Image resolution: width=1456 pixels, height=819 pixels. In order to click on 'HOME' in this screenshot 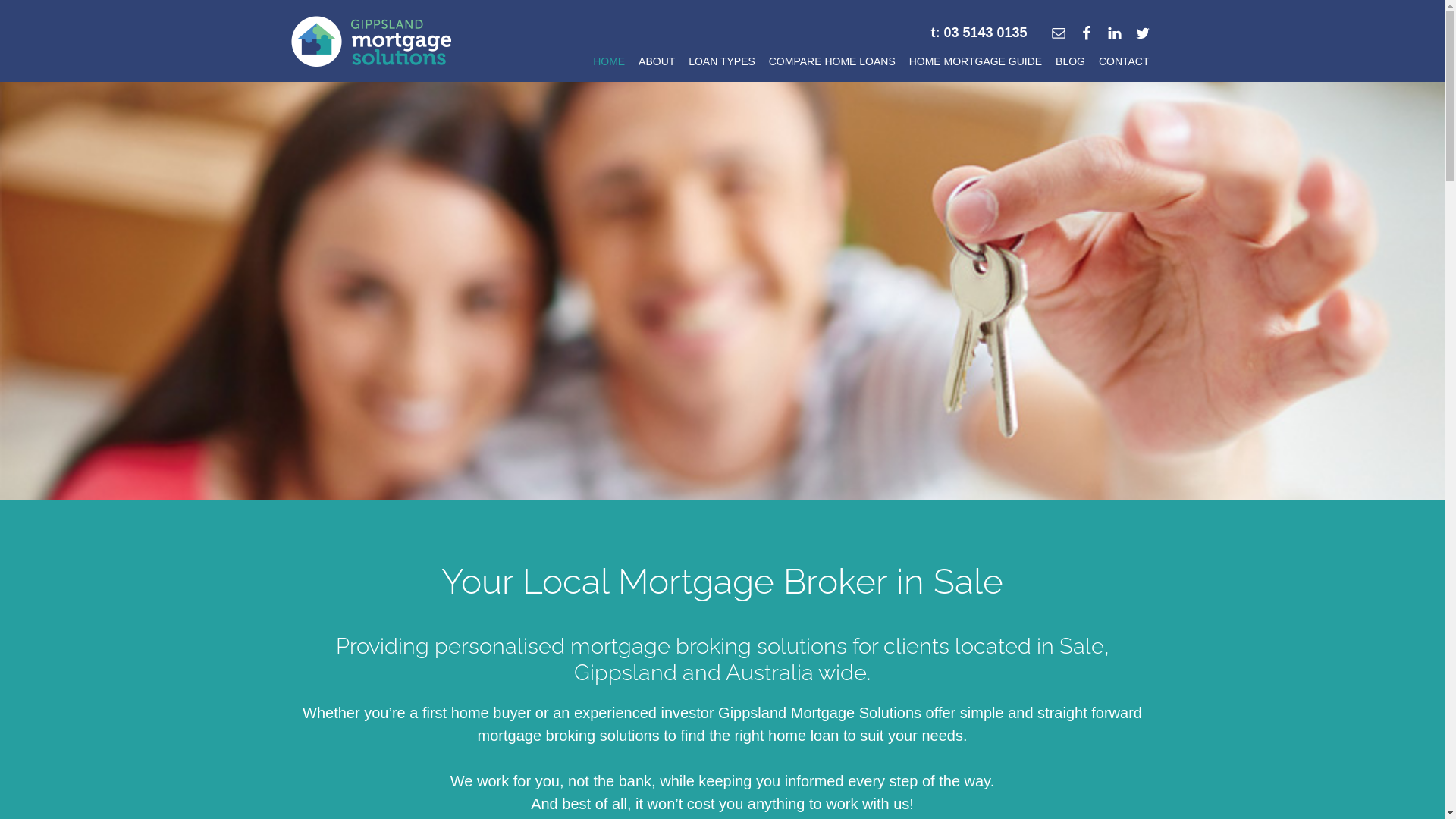, I will do `click(608, 64)`.